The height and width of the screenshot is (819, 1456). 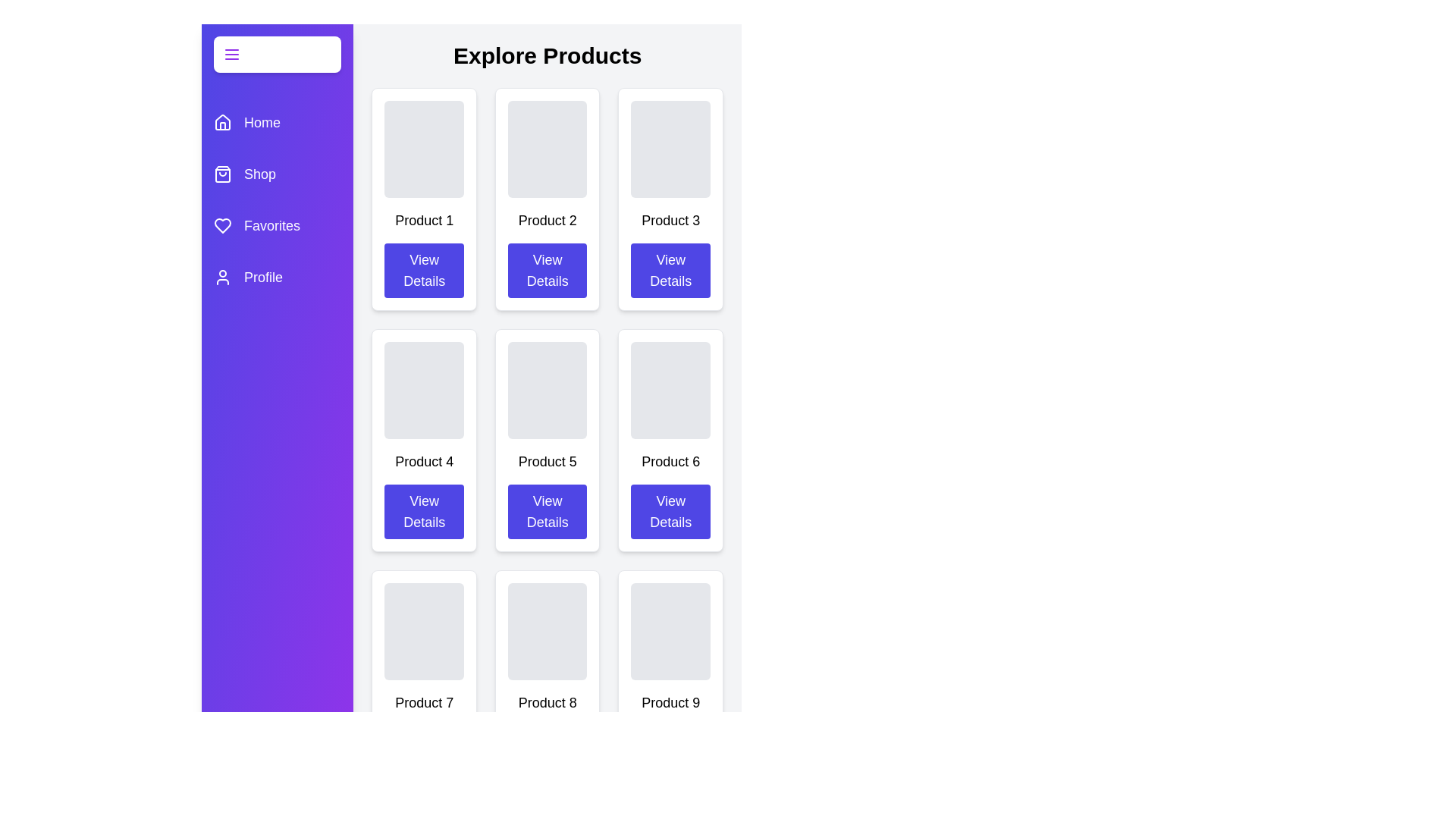 What do you see at coordinates (277, 225) in the screenshot?
I see `the category Favorites in the drawer to highlight it` at bounding box center [277, 225].